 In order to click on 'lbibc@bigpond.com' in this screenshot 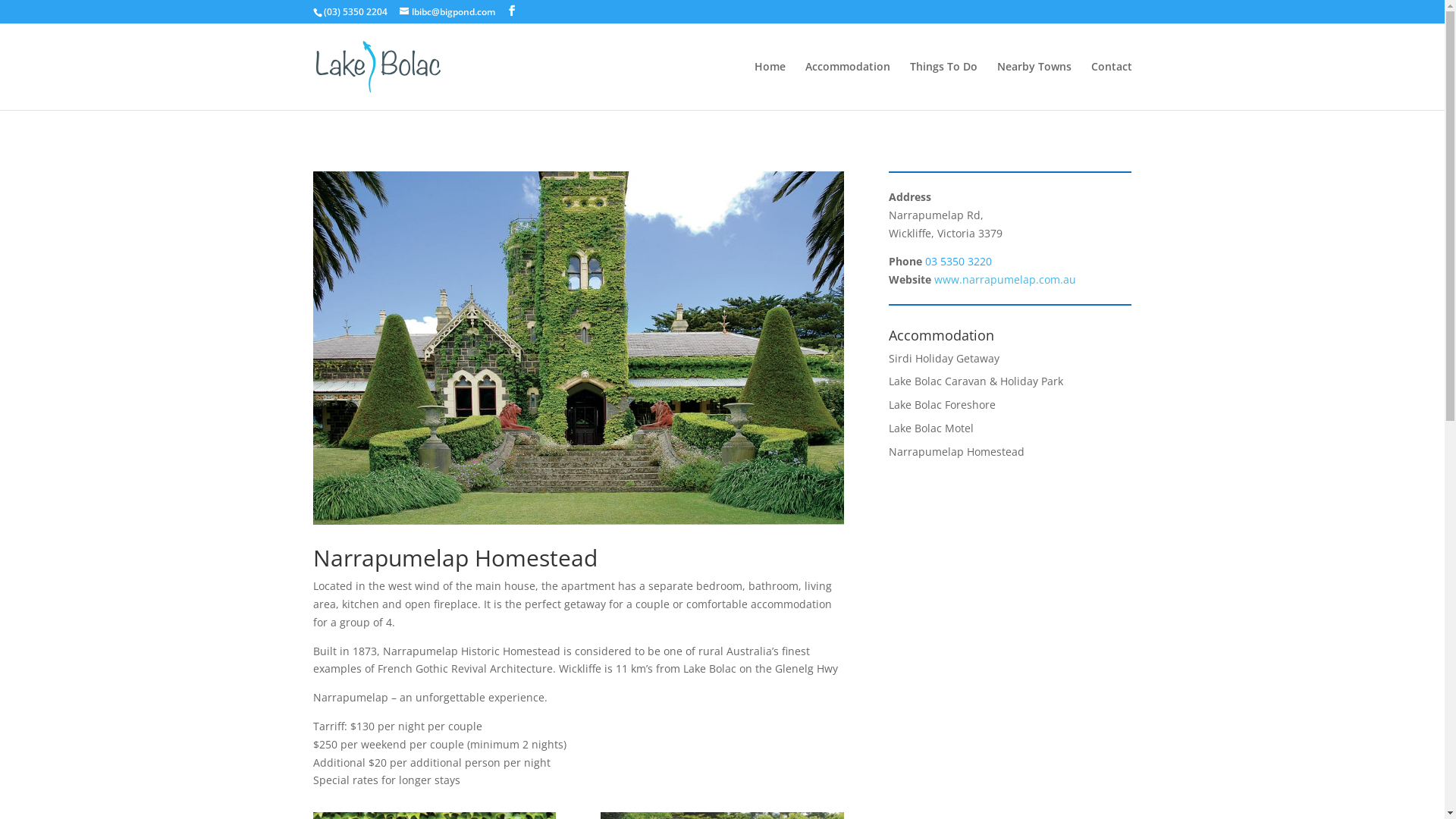, I will do `click(446, 11)`.